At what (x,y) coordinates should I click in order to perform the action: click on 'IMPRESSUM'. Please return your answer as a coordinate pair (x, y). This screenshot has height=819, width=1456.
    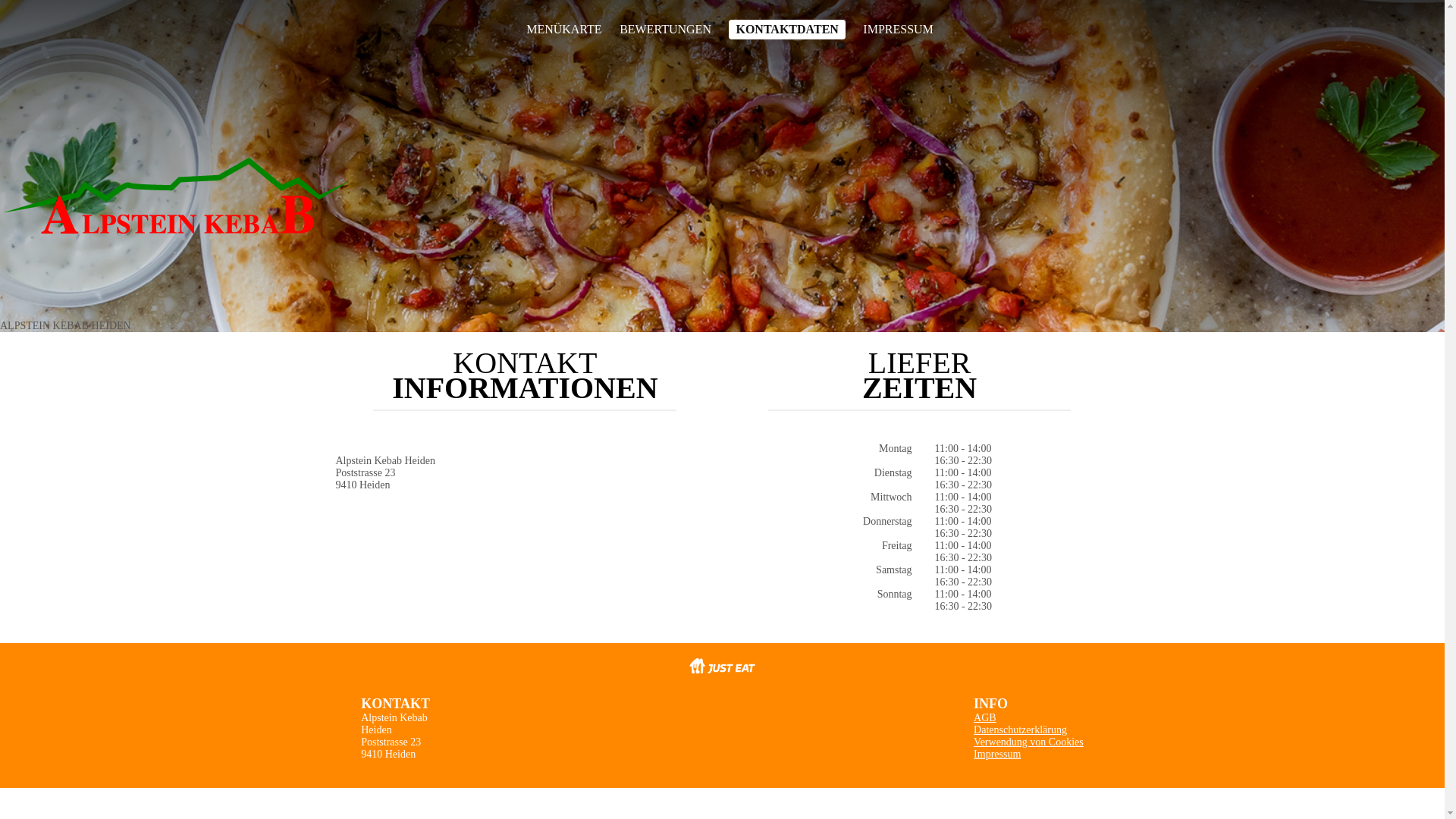
    Looking at the image, I should click on (862, 29).